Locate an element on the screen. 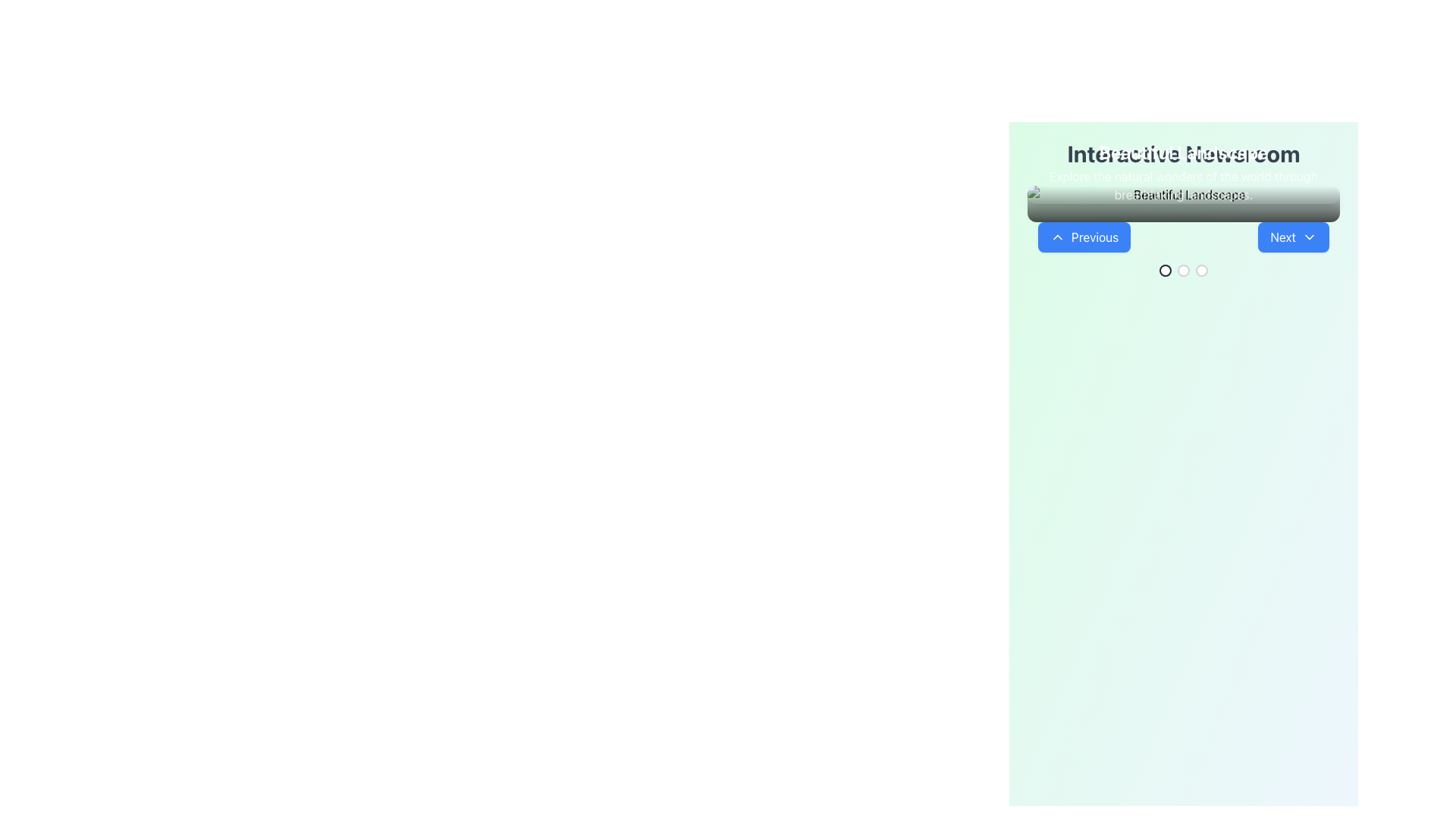 The width and height of the screenshot is (1456, 819). the third radio button in a horizontal row of three options, which is visually identical to two other circles but is positioned to the right is located at coordinates (1200, 270).